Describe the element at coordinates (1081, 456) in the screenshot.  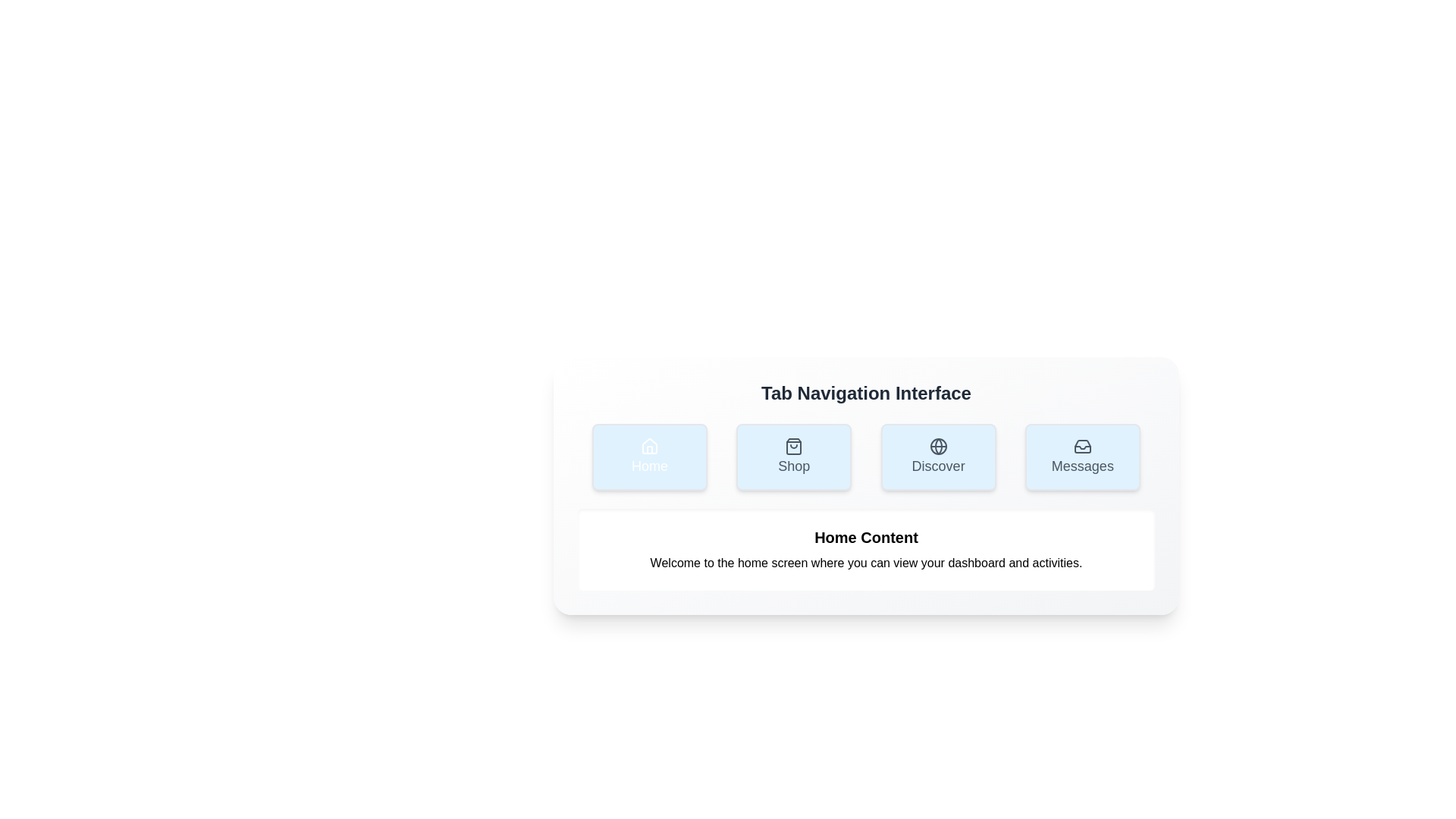
I see `the 'Messages' button, which is a rectangular button with rounded corners, light blue background, an inbox icon, and medium gray text, located at the far-right of the navigation bar` at that location.